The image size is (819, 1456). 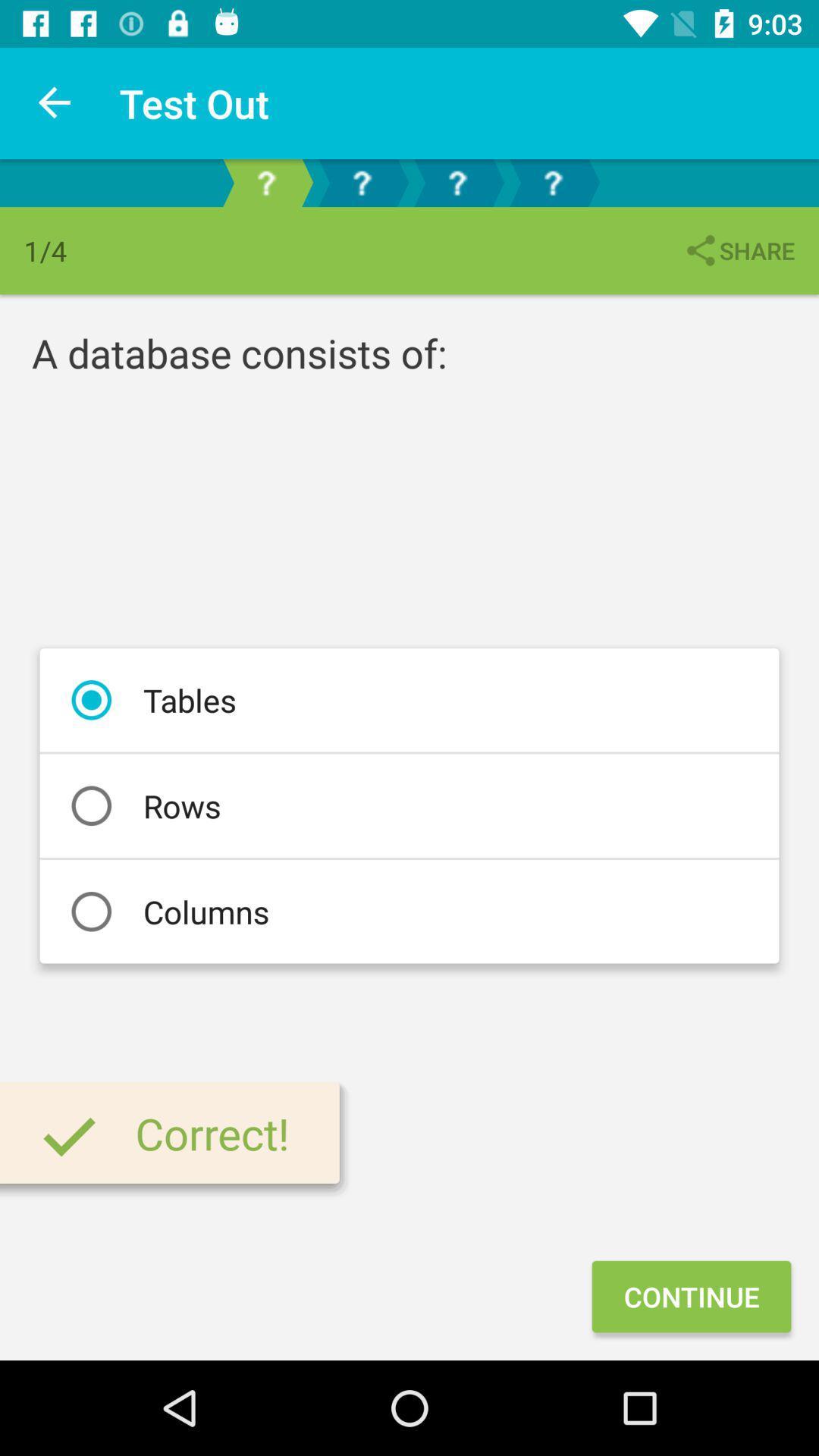 What do you see at coordinates (553, 182) in the screenshot?
I see `the help icon` at bounding box center [553, 182].